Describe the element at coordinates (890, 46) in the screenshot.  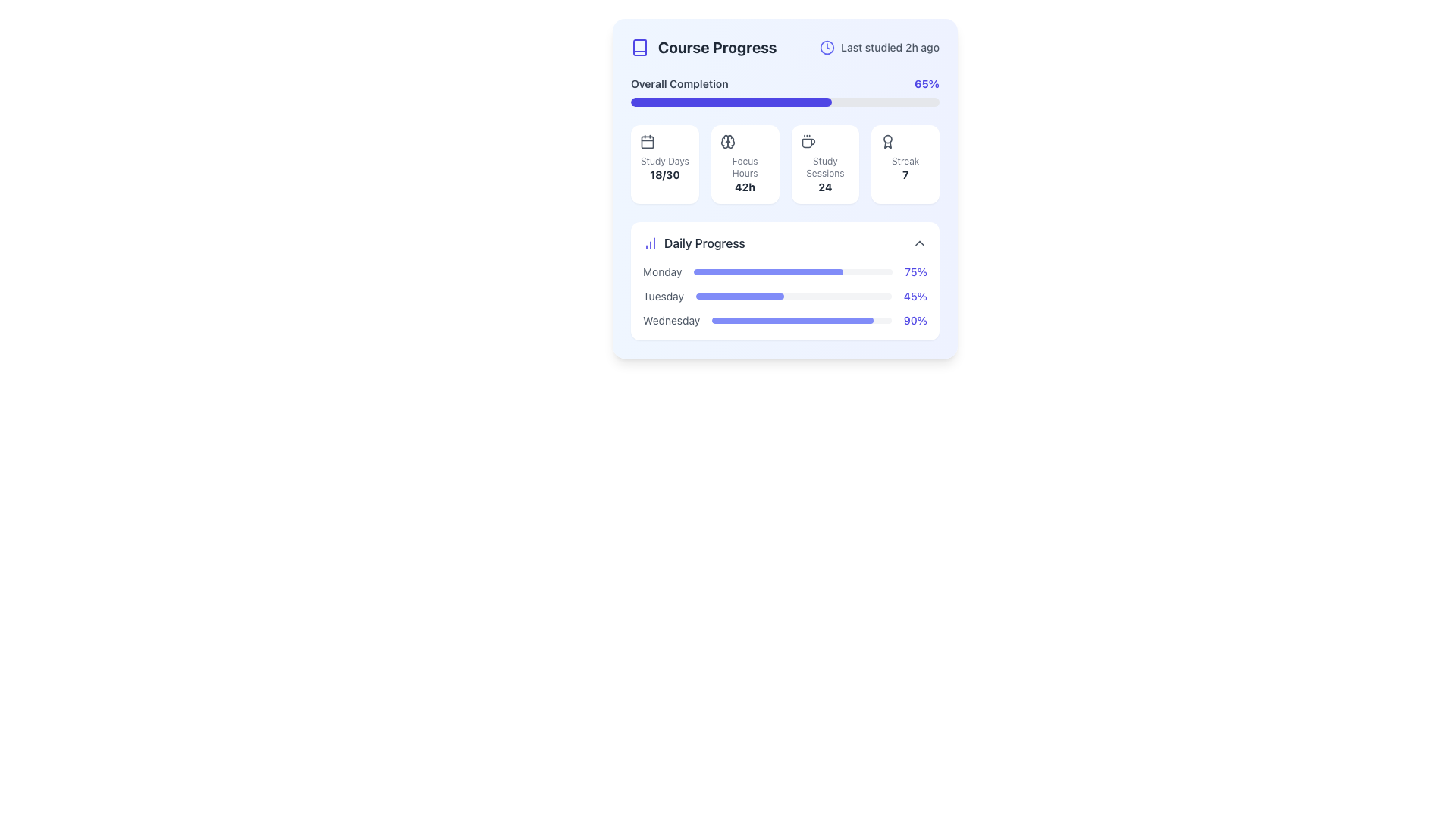
I see `the text label displaying 'Last studied 2h ago', which is styled with a small, medium-weight font and gray color, located to the right of a clock icon in the top-right of the 'Course Progress' card` at that location.